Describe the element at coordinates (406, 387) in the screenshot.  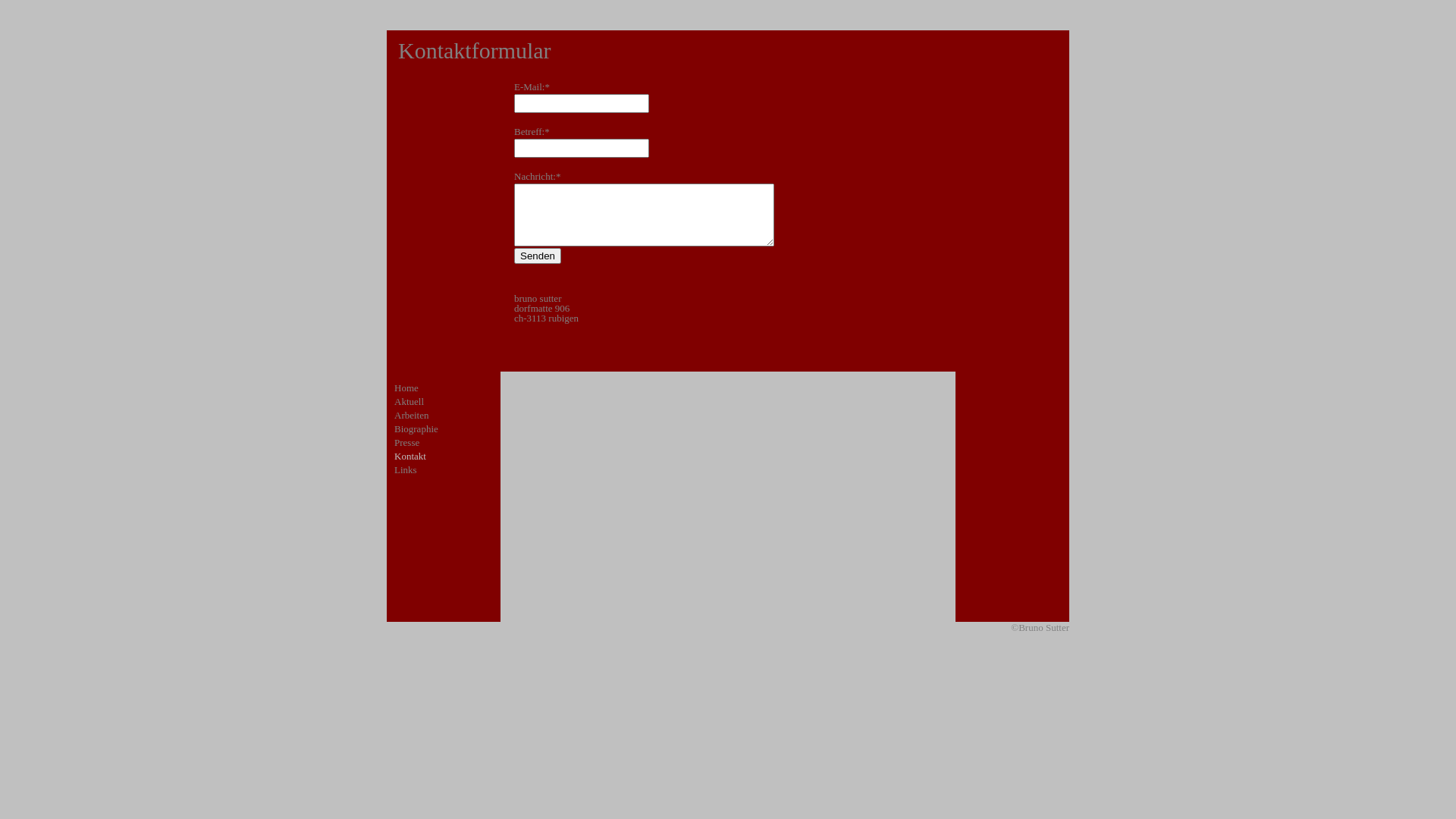
I see `'Home'` at that location.